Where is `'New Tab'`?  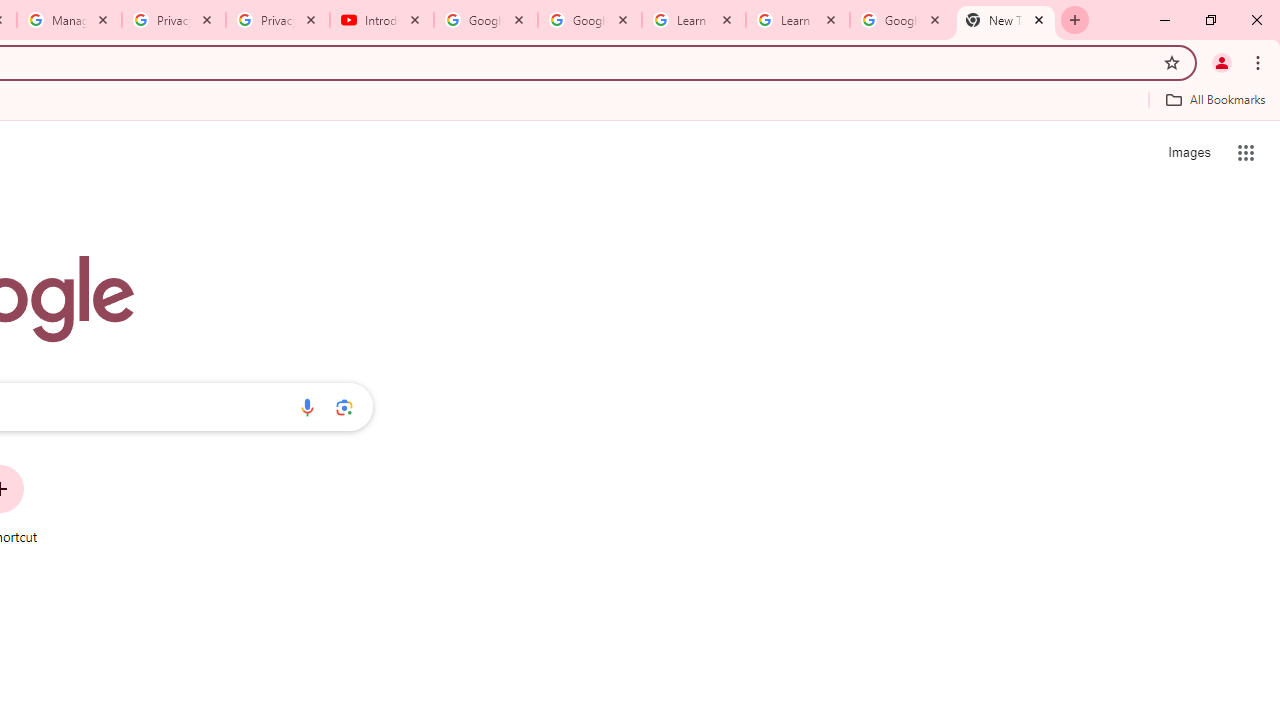
'New Tab' is located at coordinates (1006, 20).